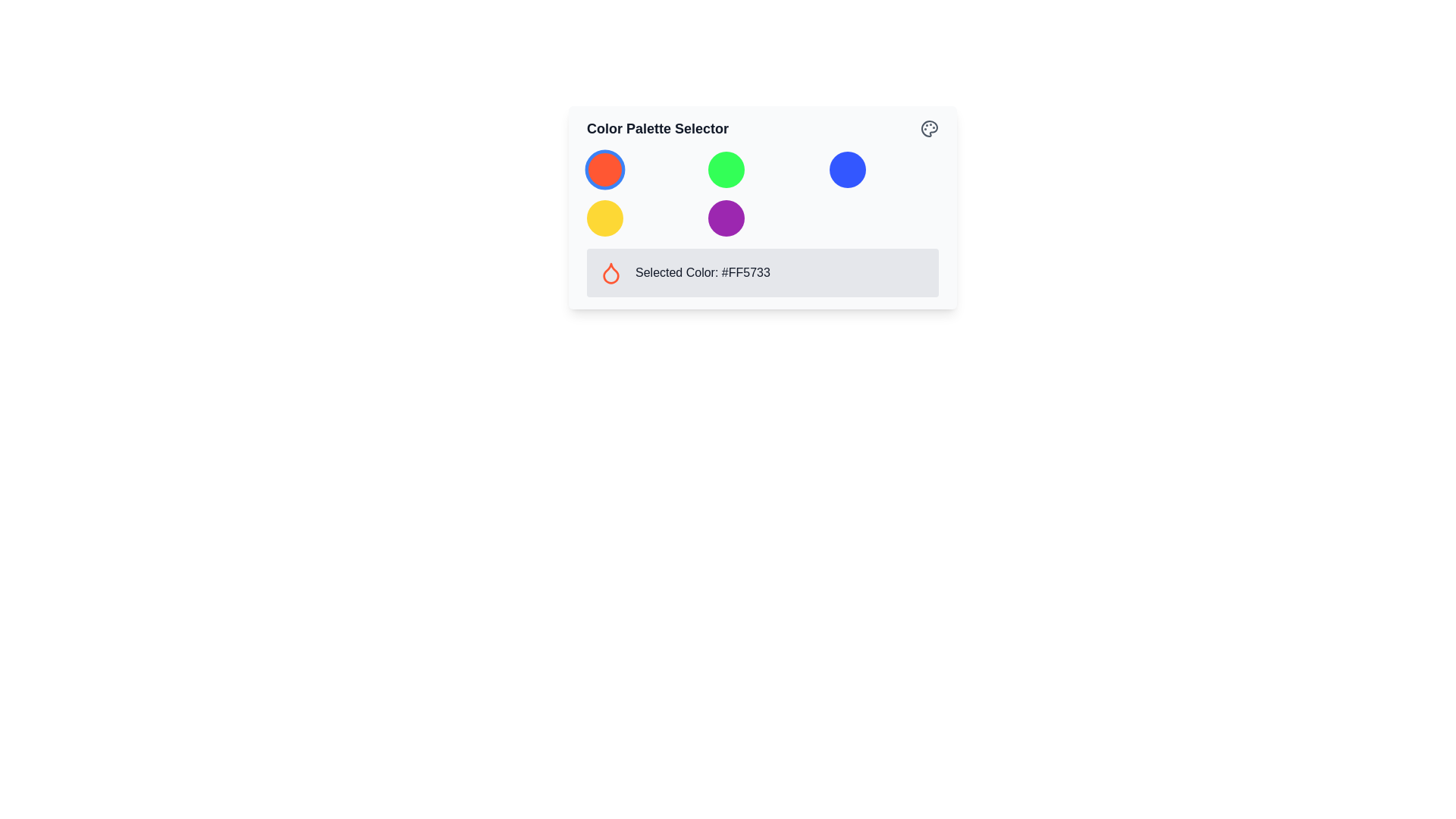 The height and width of the screenshot is (819, 1456). Describe the element at coordinates (611, 271) in the screenshot. I see `the droplet-shaped icon with the color #FF5733 located to the left of the text 'Selected Color: #FF5733'` at that location.